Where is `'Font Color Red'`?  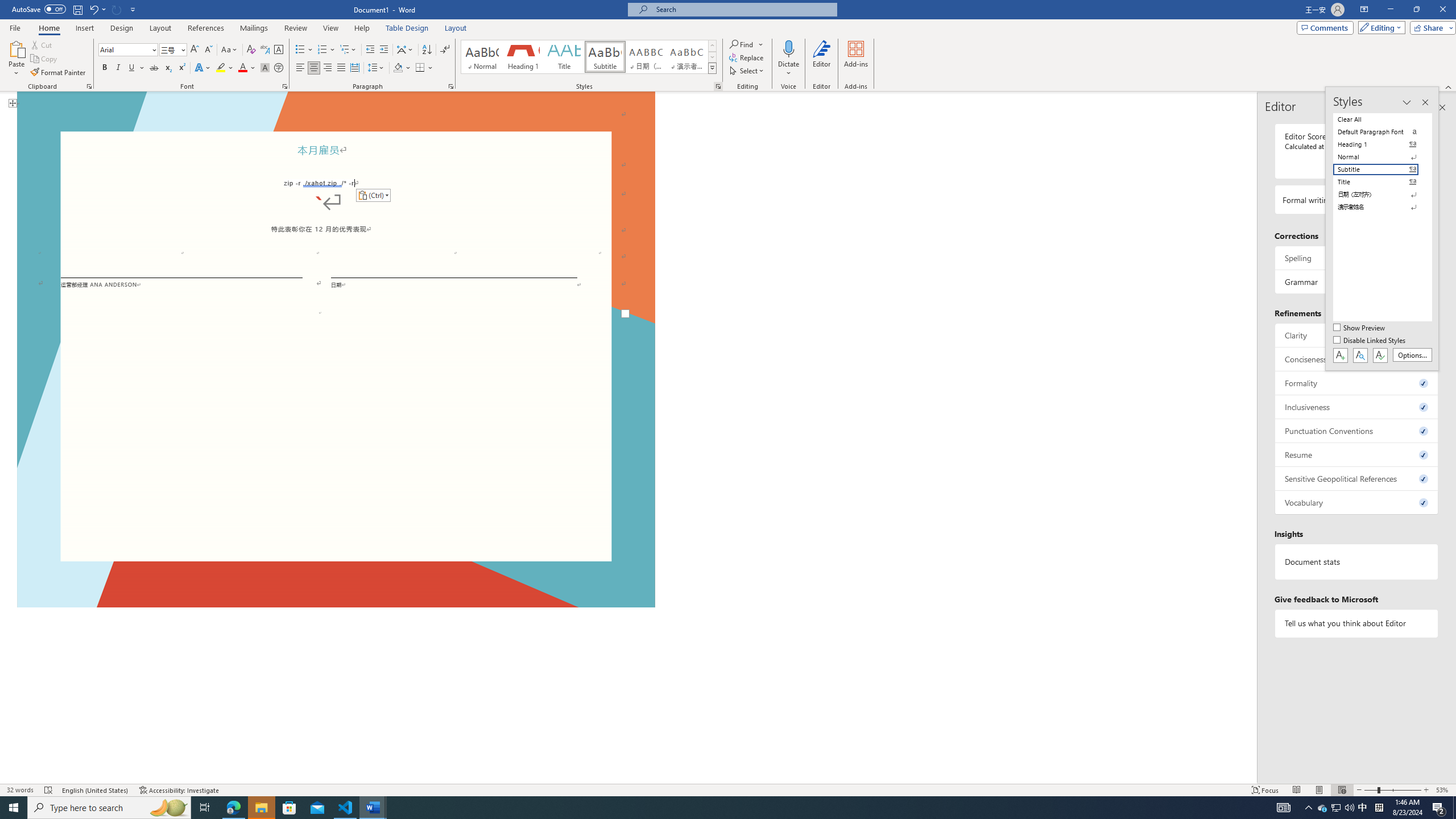
'Font Color Red' is located at coordinates (242, 67).